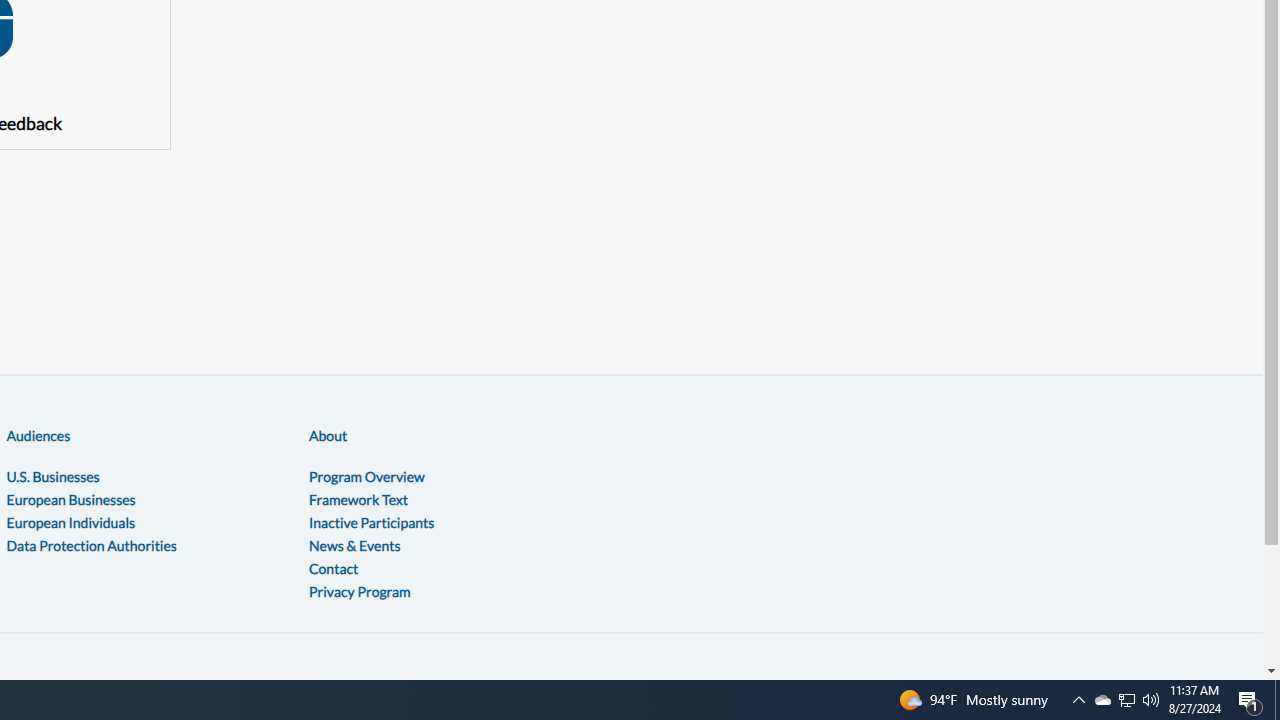  Describe the element at coordinates (90, 544) in the screenshot. I see `'Data Protection Authorities'` at that location.